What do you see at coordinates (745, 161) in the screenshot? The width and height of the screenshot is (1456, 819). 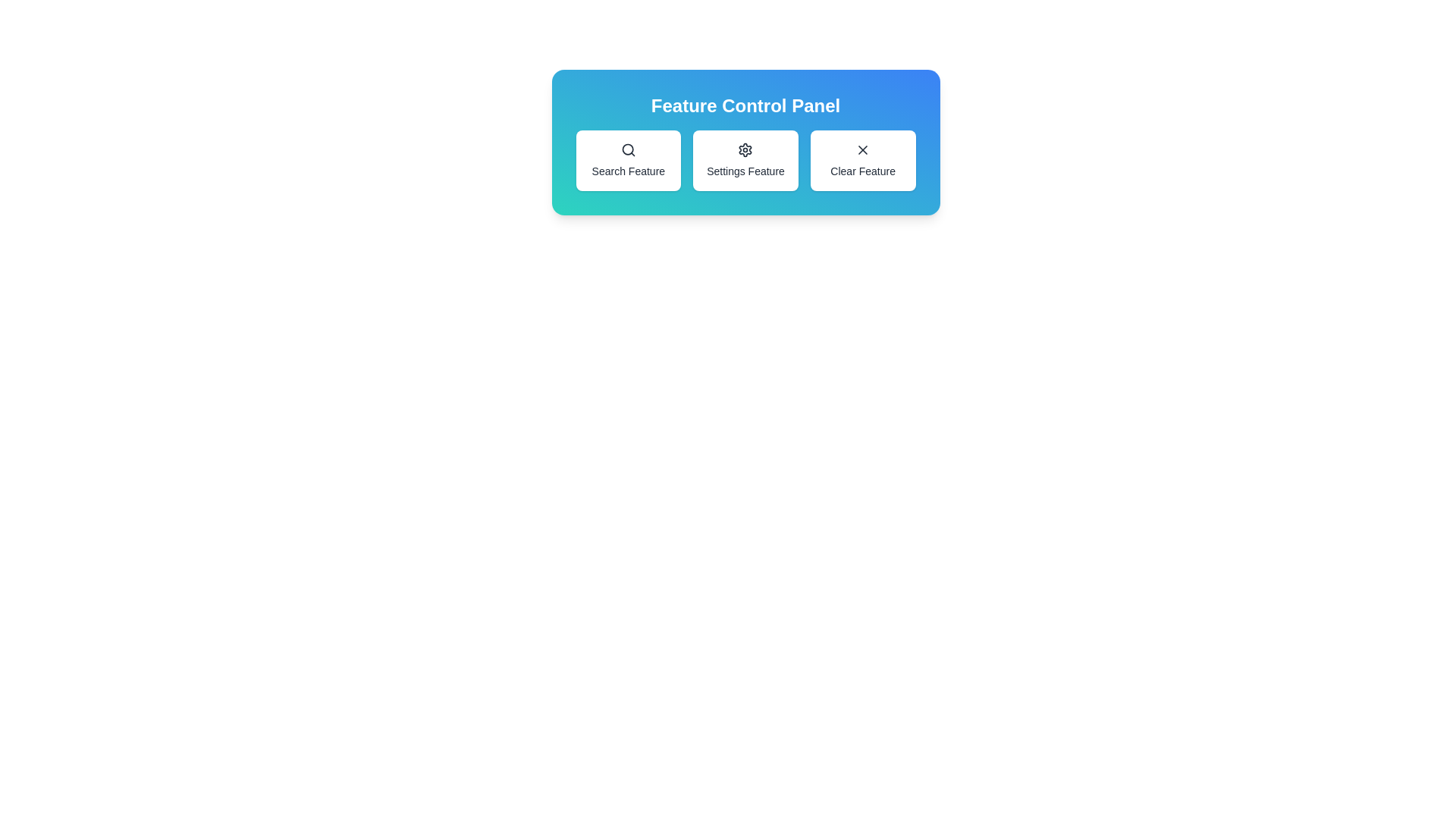 I see `the 'Settings Feature' button, which is a distinct rectangular card with a white background and a gear icon` at bounding box center [745, 161].